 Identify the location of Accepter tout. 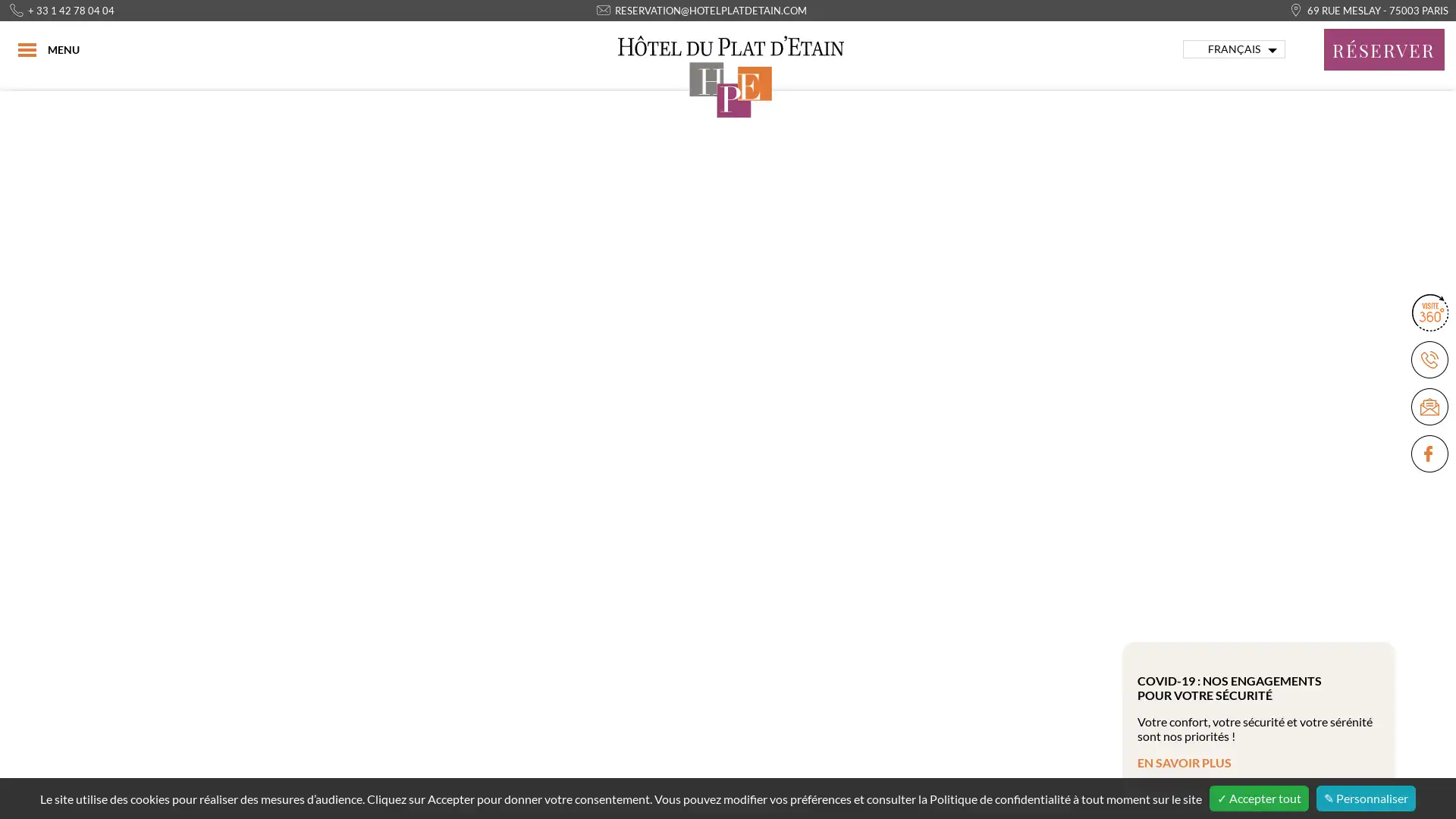
(1259, 798).